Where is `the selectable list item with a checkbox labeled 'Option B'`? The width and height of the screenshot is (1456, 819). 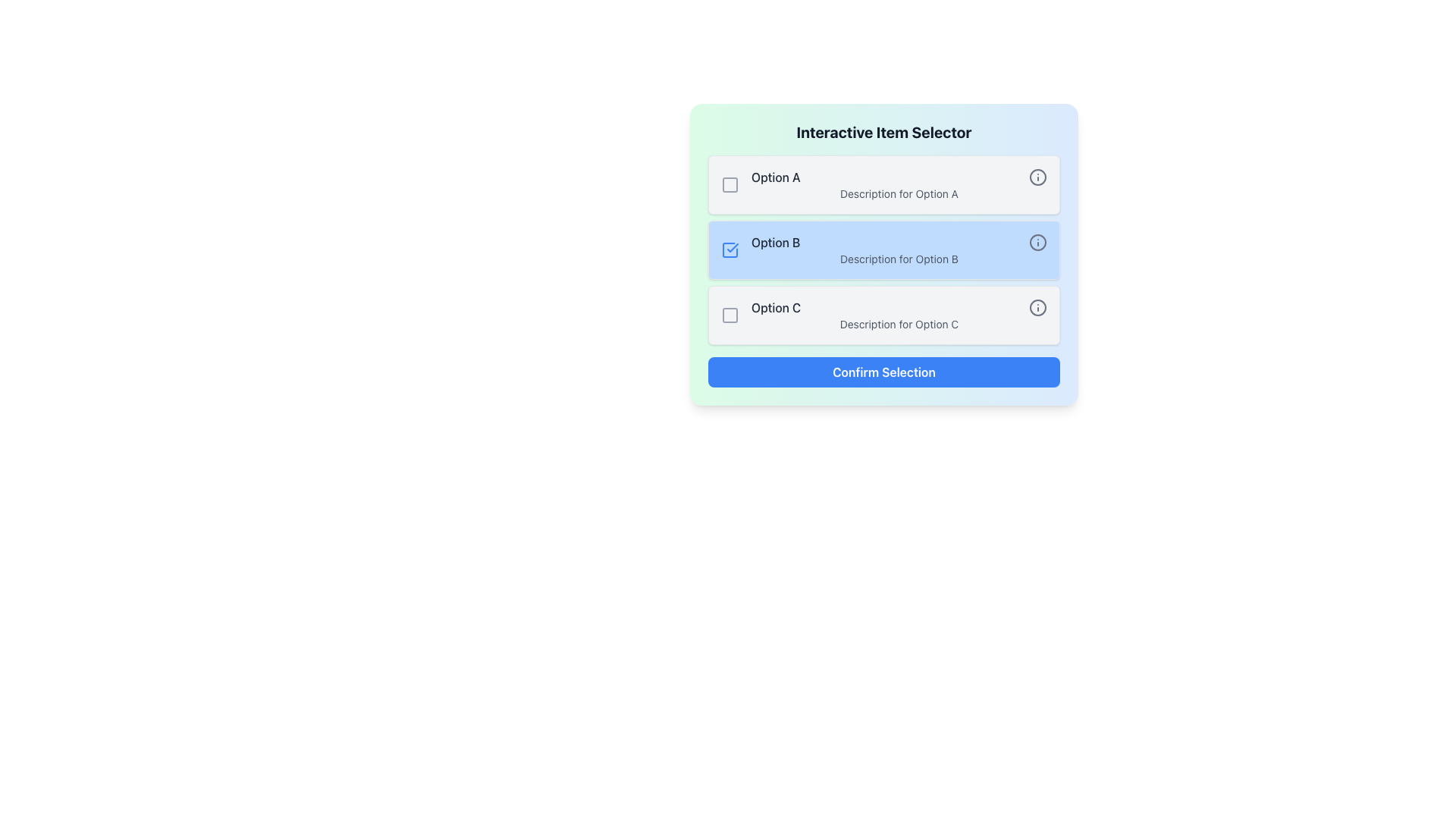 the selectable list item with a checkbox labeled 'Option B' is located at coordinates (884, 249).